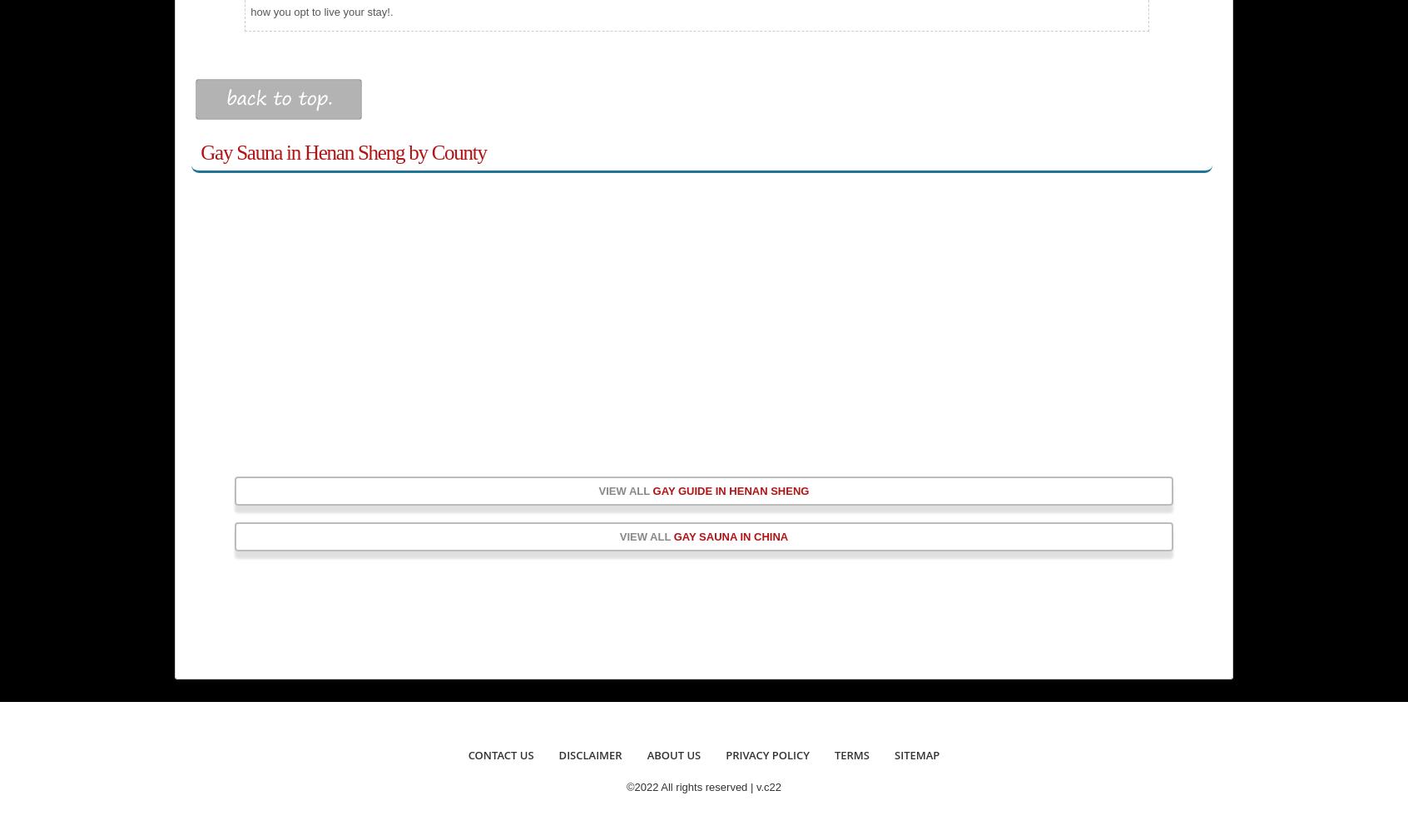 The width and height of the screenshot is (1408, 840). What do you see at coordinates (729, 536) in the screenshot?
I see `'Gay Sauna in China'` at bounding box center [729, 536].